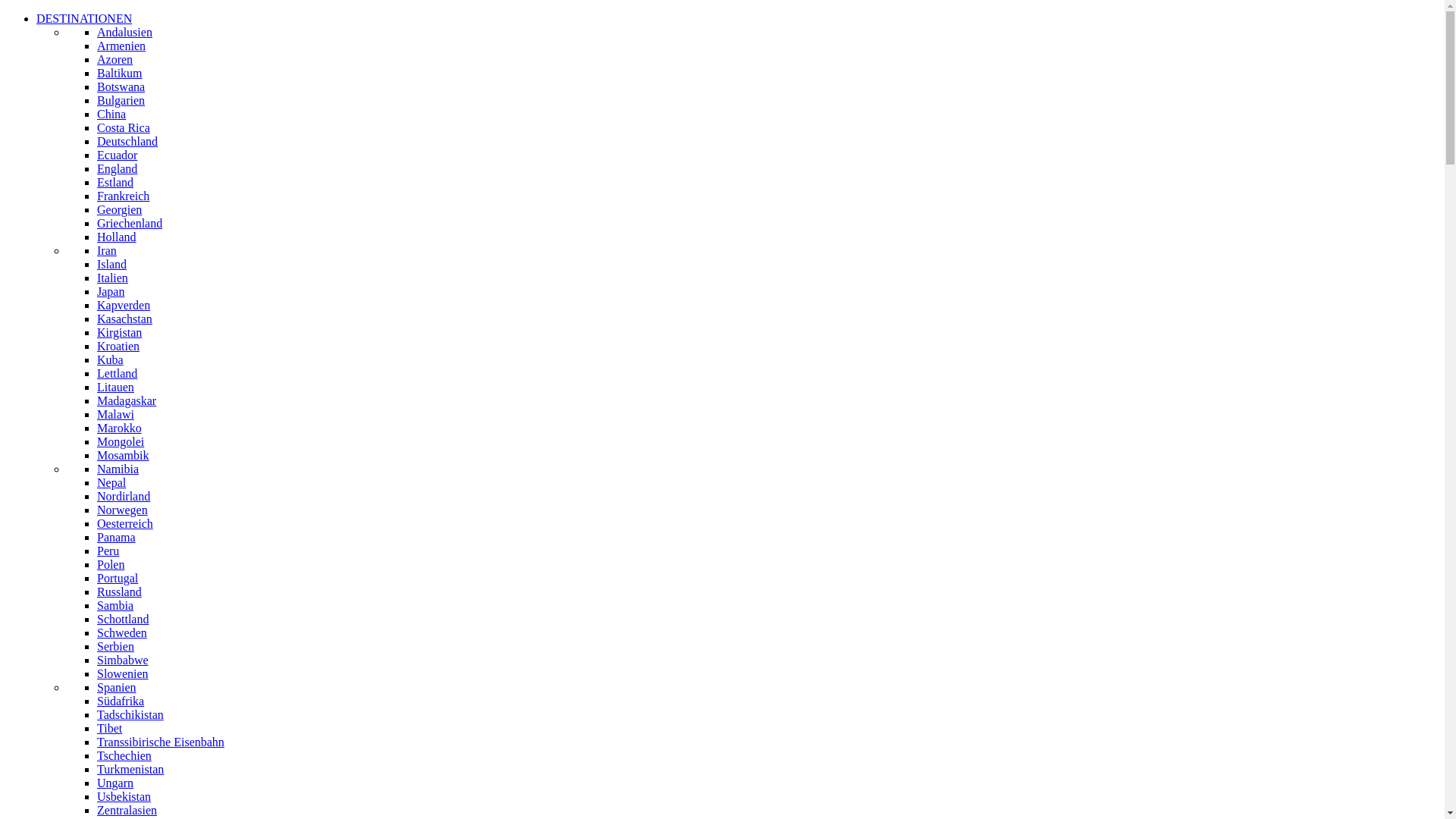 This screenshot has height=819, width=1456. Describe the element at coordinates (111, 278) in the screenshot. I see `'Italien'` at that location.